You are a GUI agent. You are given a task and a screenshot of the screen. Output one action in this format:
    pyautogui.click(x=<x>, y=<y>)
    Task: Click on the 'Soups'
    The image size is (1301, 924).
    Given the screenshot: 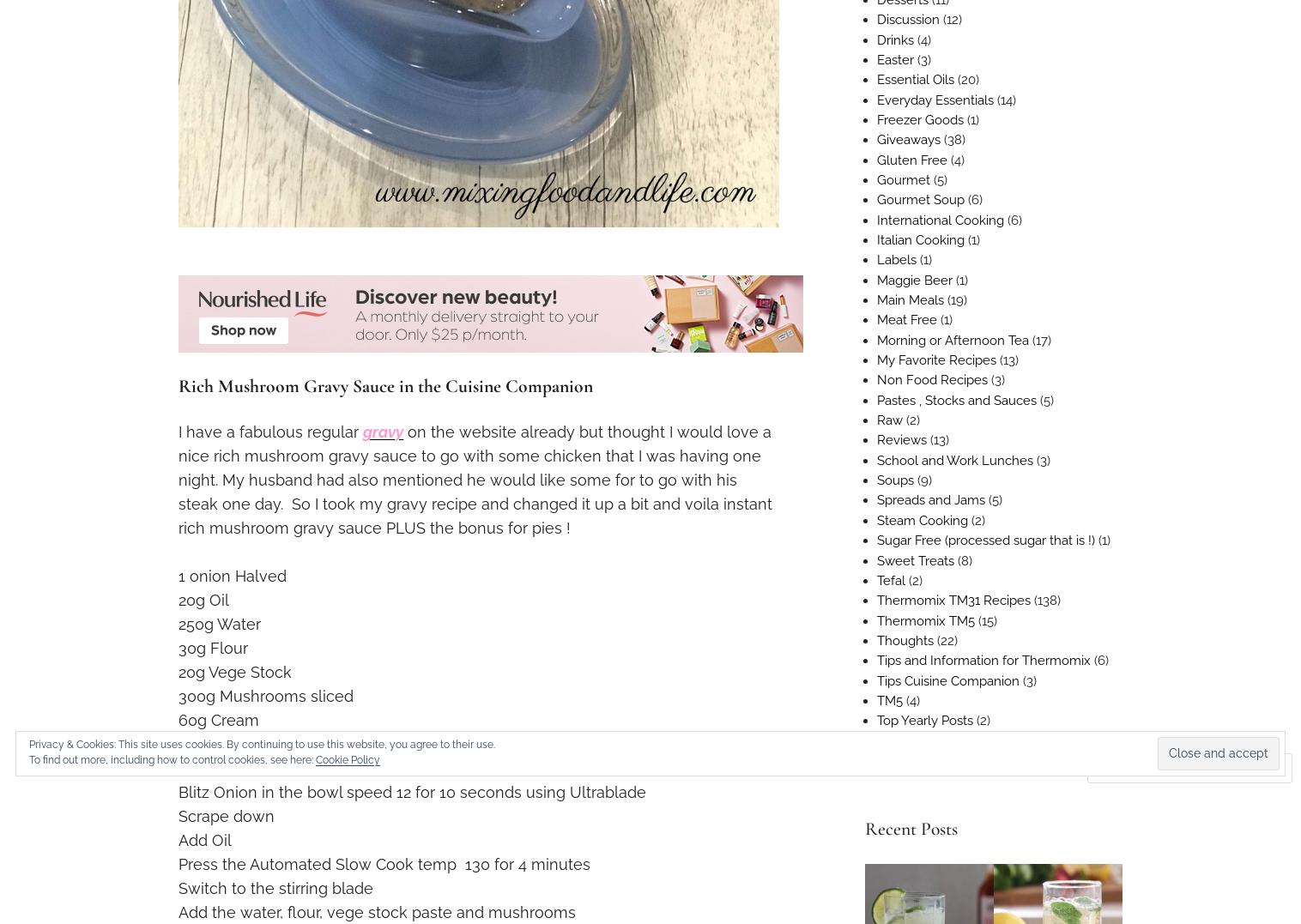 What is the action you would take?
    pyautogui.click(x=894, y=480)
    